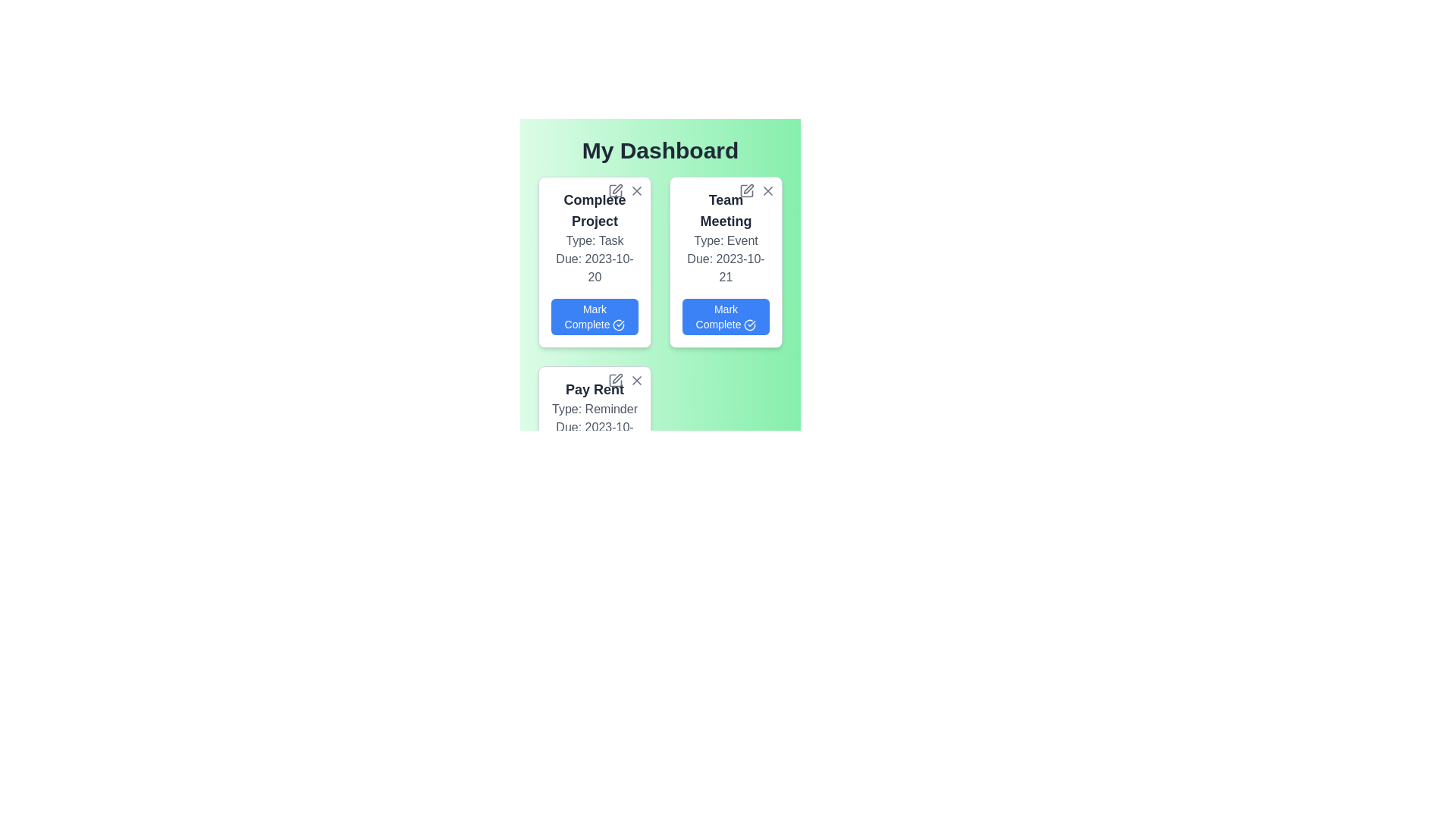  Describe the element at coordinates (637, 190) in the screenshot. I see `the small gray 'X' button located in the upper-right corner of the 'Complete Project' card` at that location.